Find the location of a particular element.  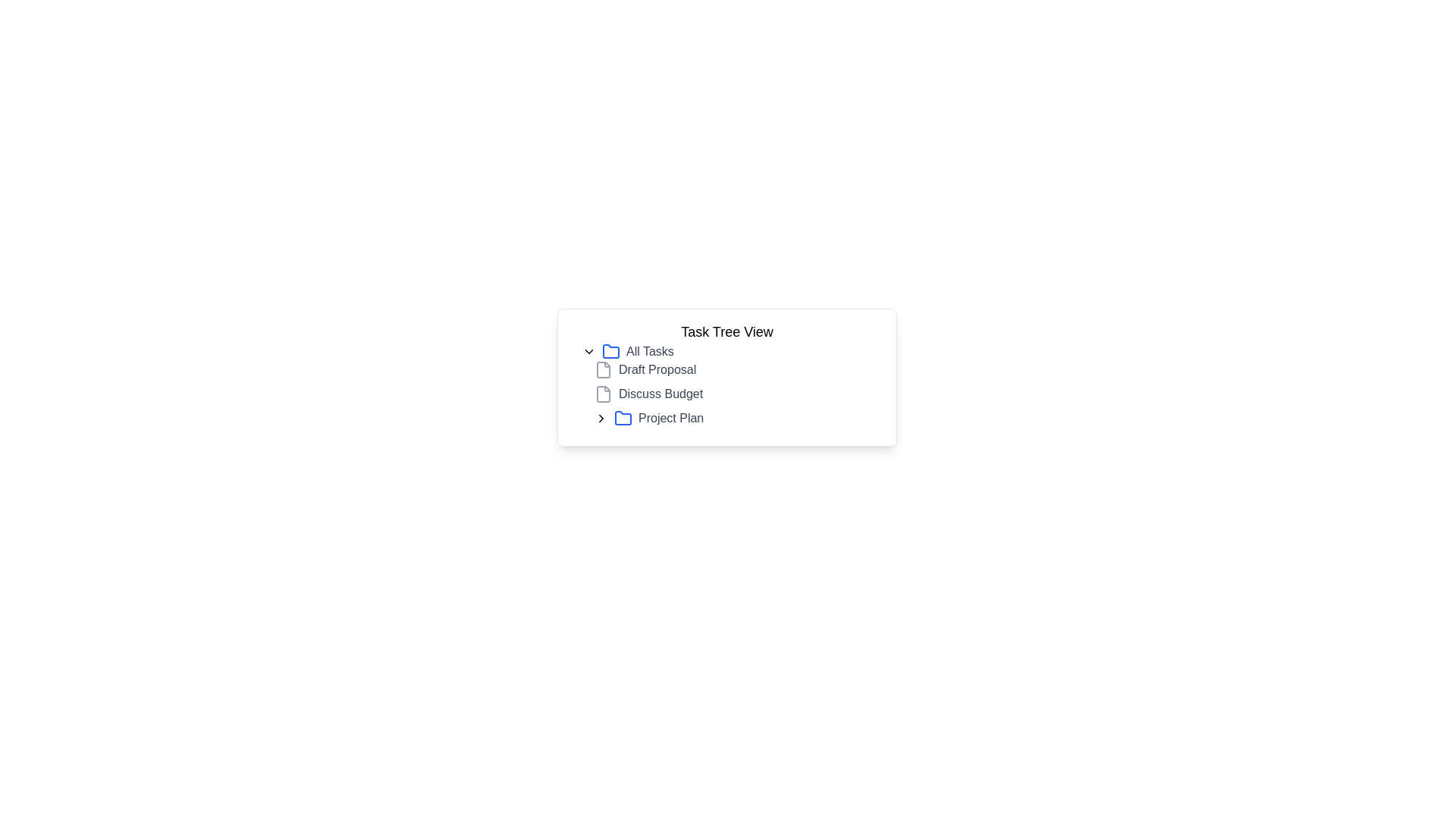

the document icon, which has a white background with grayish borders and a folded upper-right corner, located next to the 'Draft Proposal' text in the task tree view is located at coordinates (603, 370).